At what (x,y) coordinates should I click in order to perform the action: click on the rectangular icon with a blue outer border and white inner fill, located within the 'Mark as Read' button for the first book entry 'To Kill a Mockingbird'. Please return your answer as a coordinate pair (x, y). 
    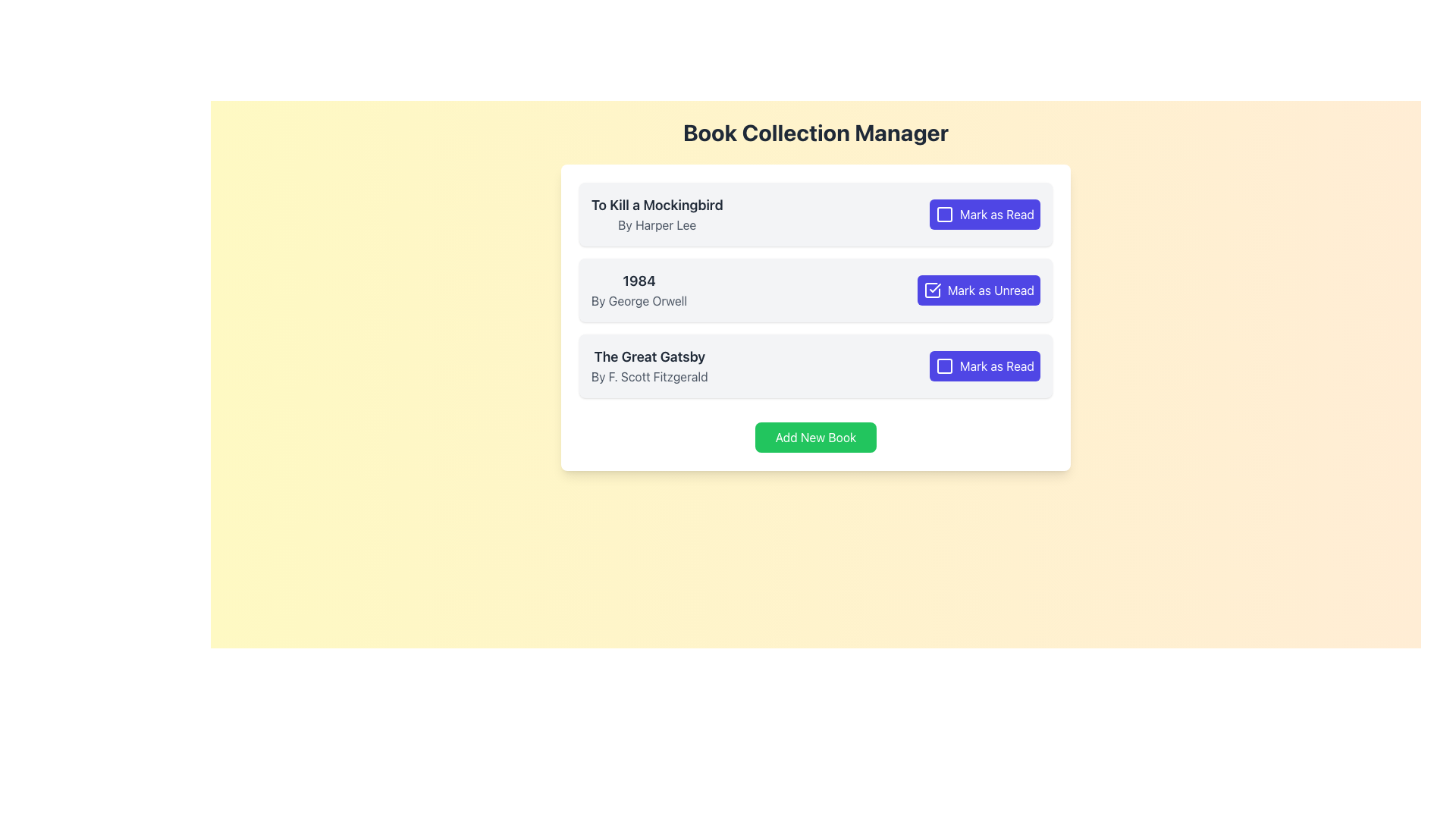
    Looking at the image, I should click on (943, 214).